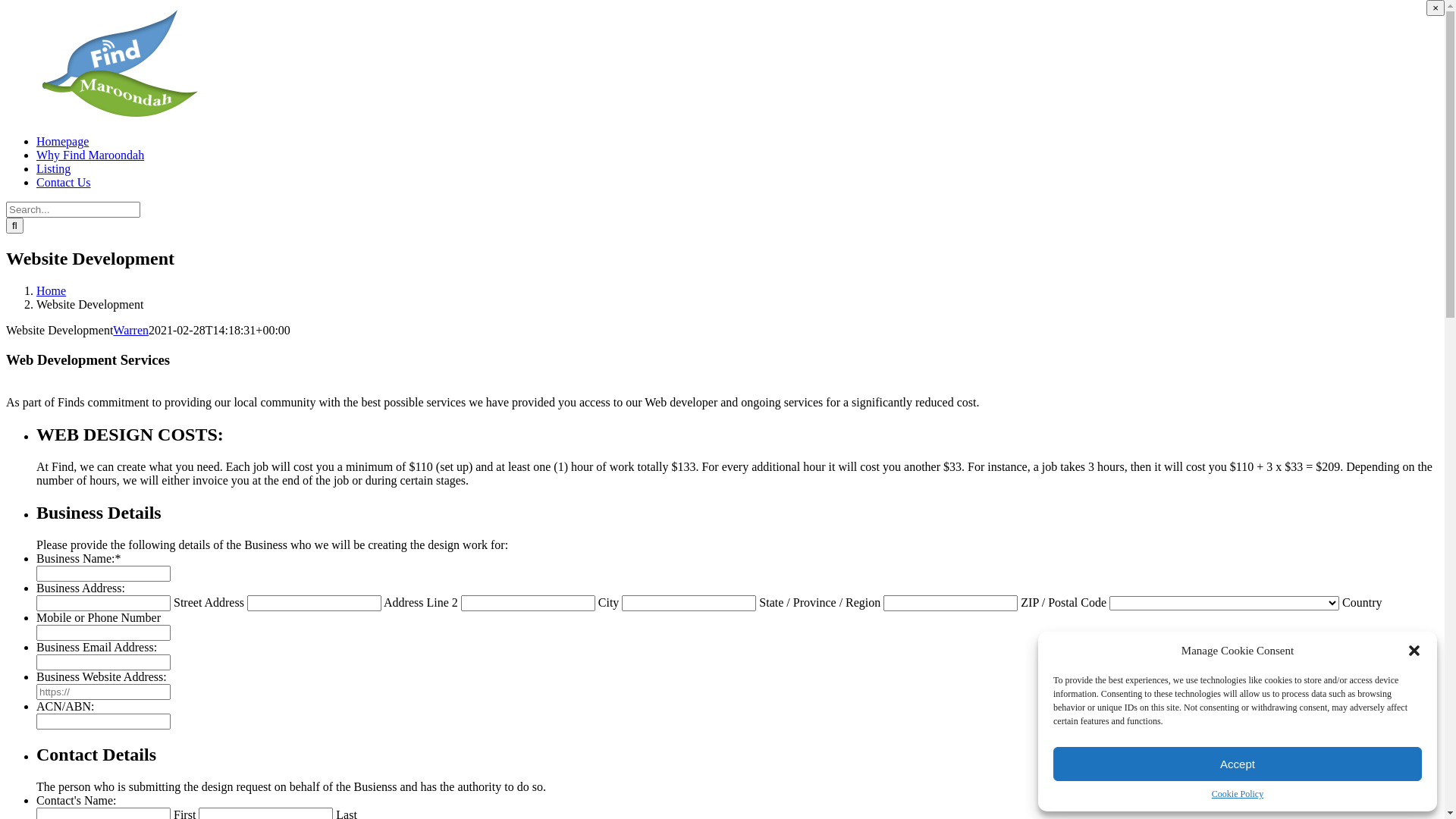 This screenshot has width=1456, height=819. I want to click on 'Homepage', so click(61, 141).